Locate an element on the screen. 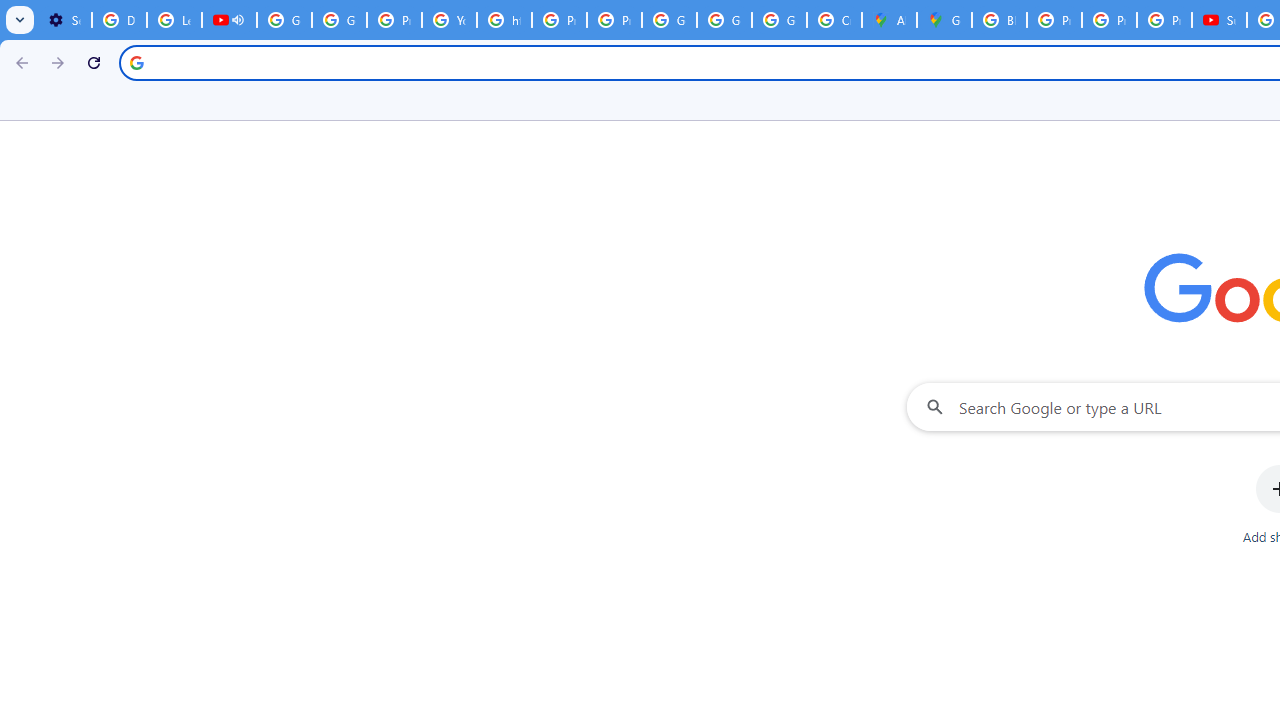 The width and height of the screenshot is (1280, 720). 'Privacy Help Center - Policies Help' is located at coordinates (1053, 20).